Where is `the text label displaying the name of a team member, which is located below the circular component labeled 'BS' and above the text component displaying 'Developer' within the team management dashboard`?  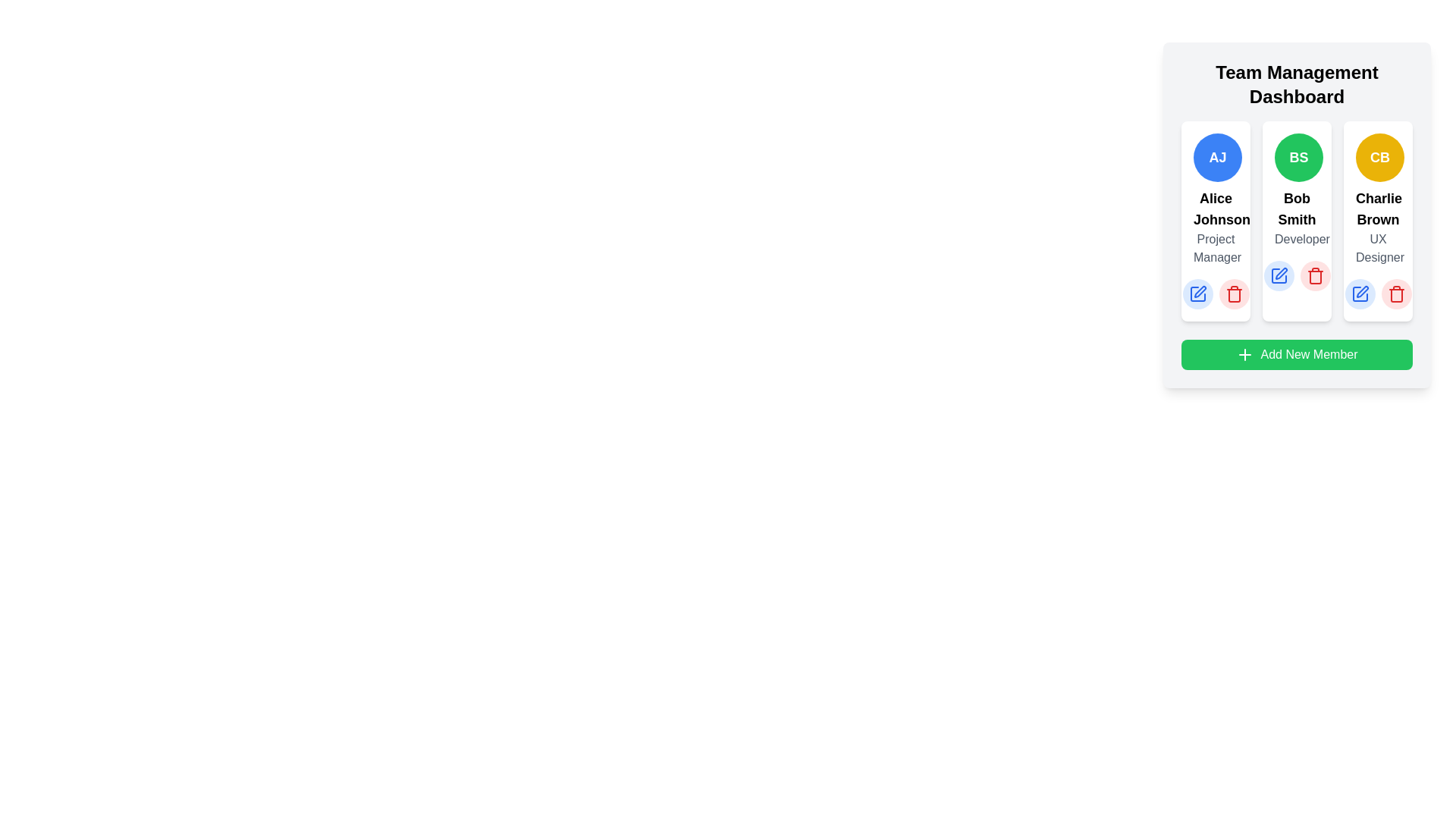
the text label displaying the name of a team member, which is located below the circular component labeled 'BS' and above the text component displaying 'Developer' within the team management dashboard is located at coordinates (1296, 209).